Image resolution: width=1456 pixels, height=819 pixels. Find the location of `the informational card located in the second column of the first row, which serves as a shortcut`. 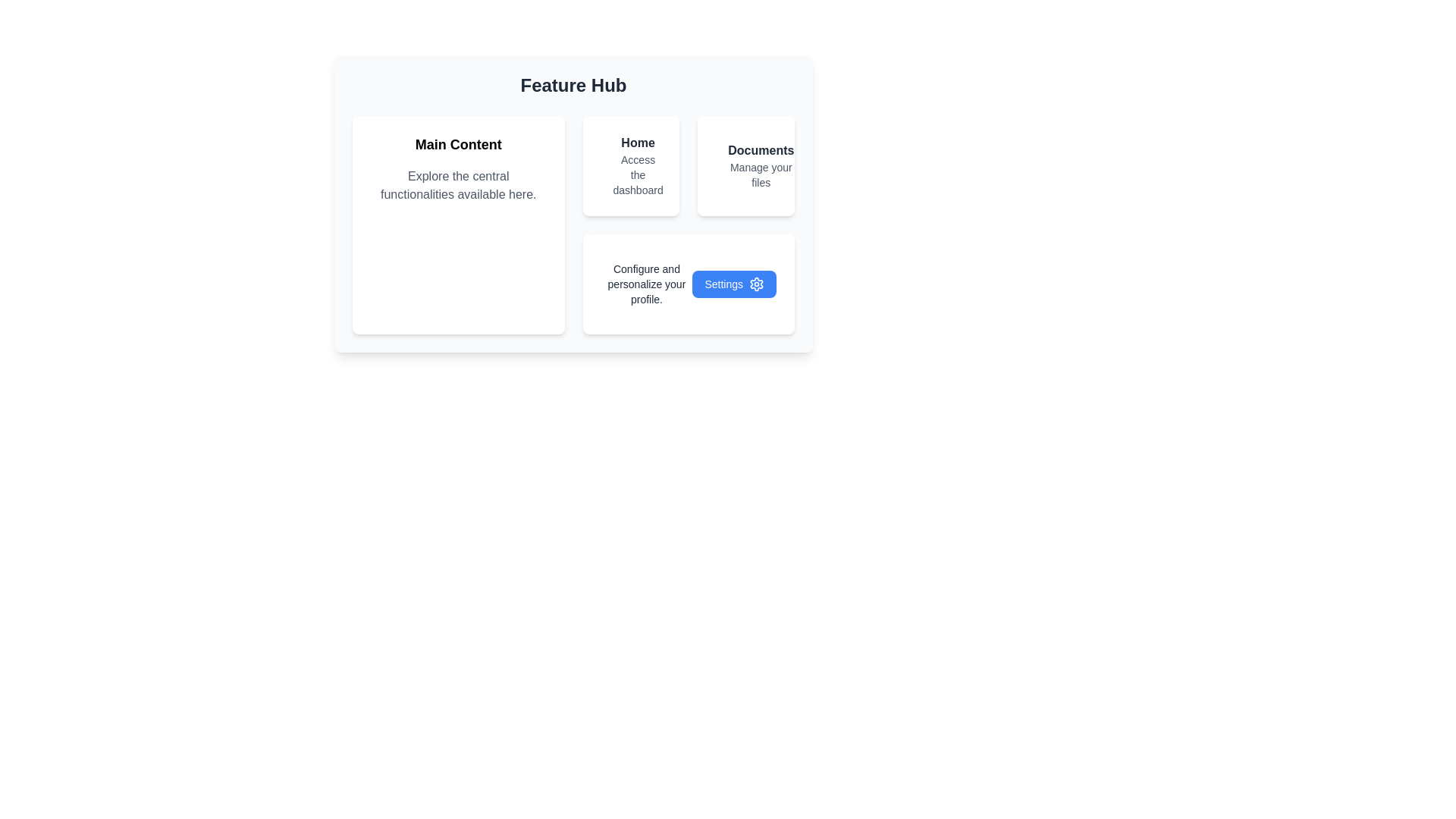

the informational card located in the second column of the first row, which serves as a shortcut is located at coordinates (631, 166).